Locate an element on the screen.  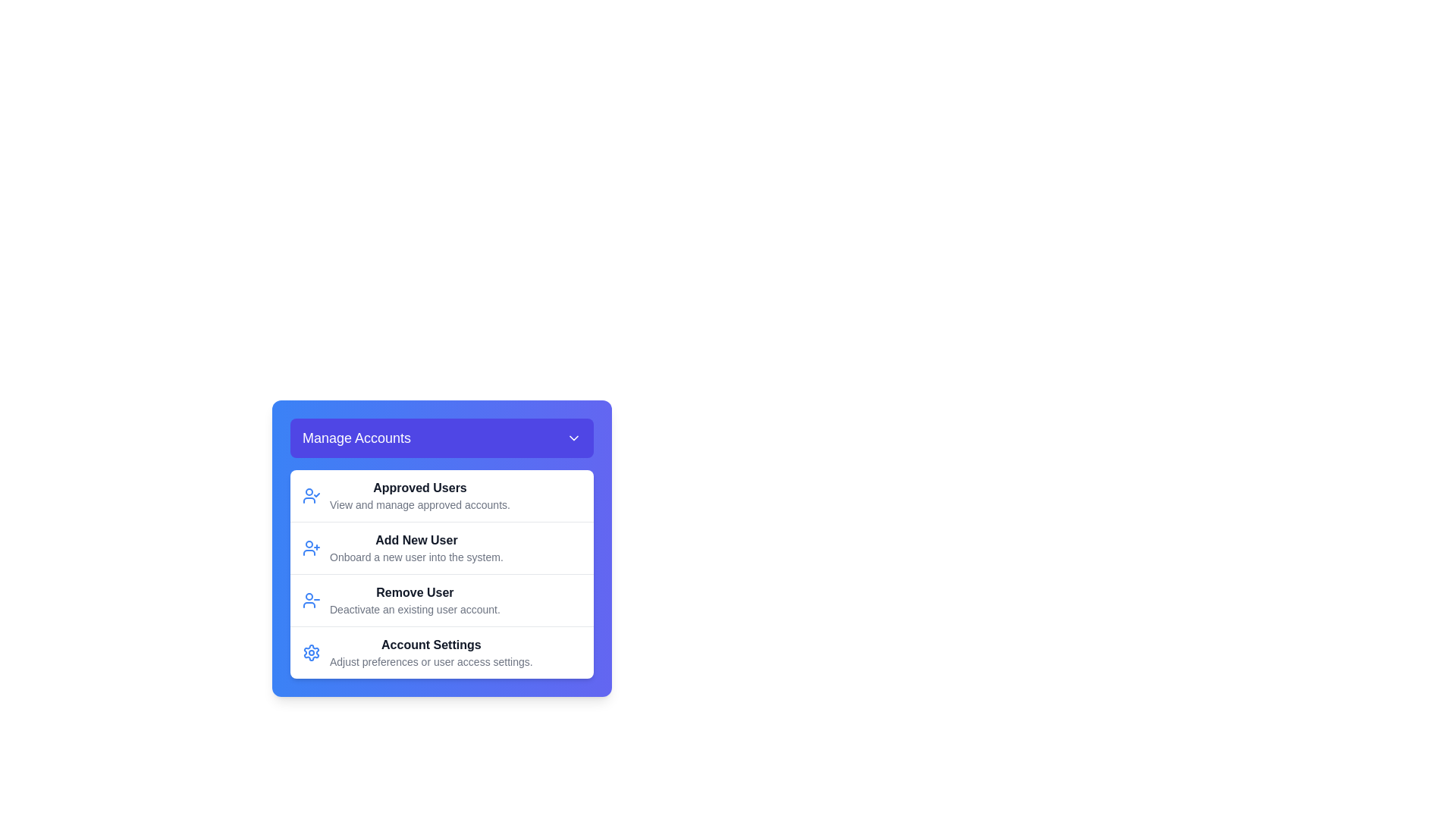
static text element that states 'View and manage approved accounts.' located directly below the 'Approved Users' header in the 'Manage Accounts' section is located at coordinates (419, 505).